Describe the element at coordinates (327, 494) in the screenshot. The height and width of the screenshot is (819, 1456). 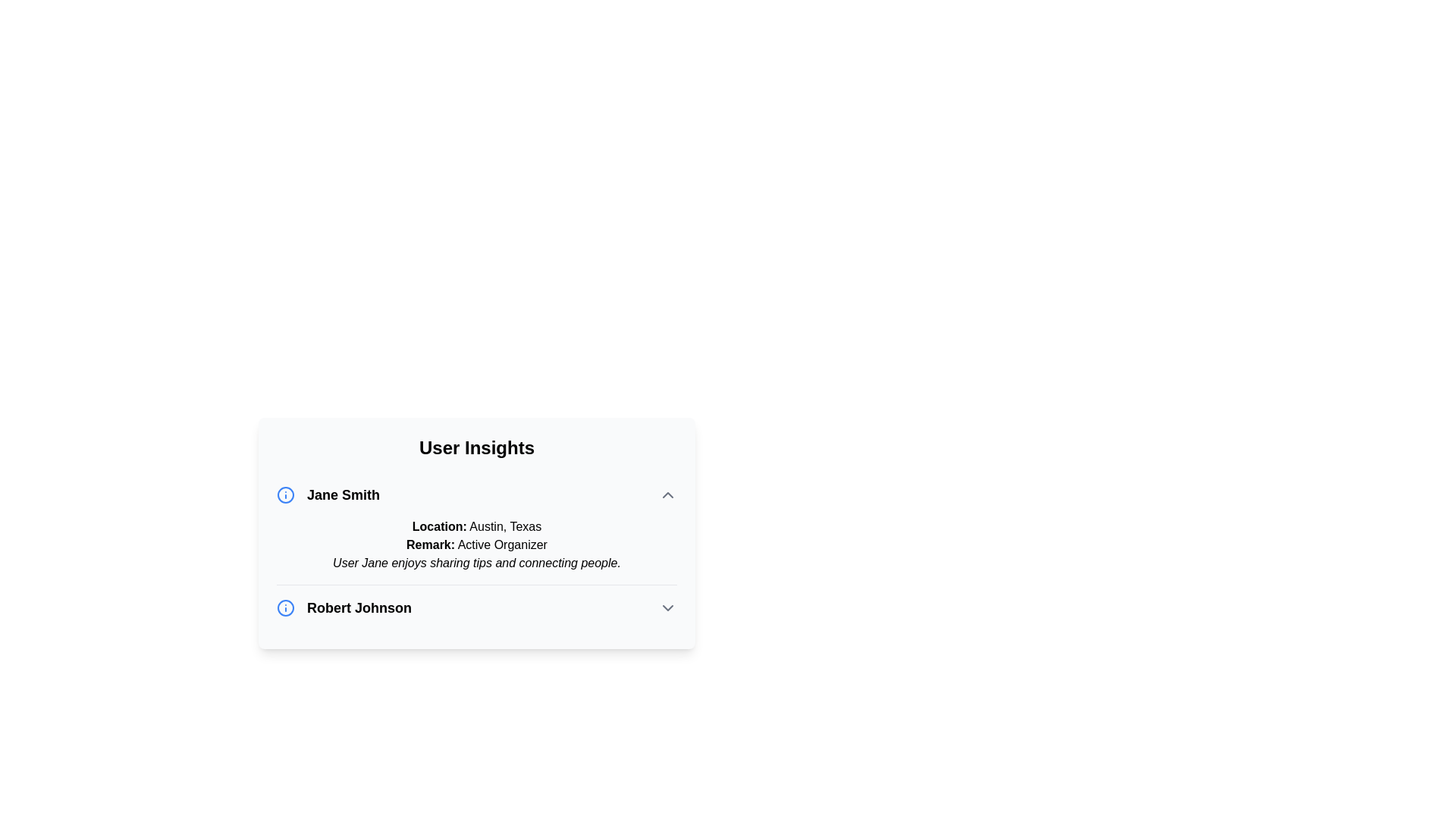
I see `the text label representing the user's name in the 'User Insights' section` at that location.